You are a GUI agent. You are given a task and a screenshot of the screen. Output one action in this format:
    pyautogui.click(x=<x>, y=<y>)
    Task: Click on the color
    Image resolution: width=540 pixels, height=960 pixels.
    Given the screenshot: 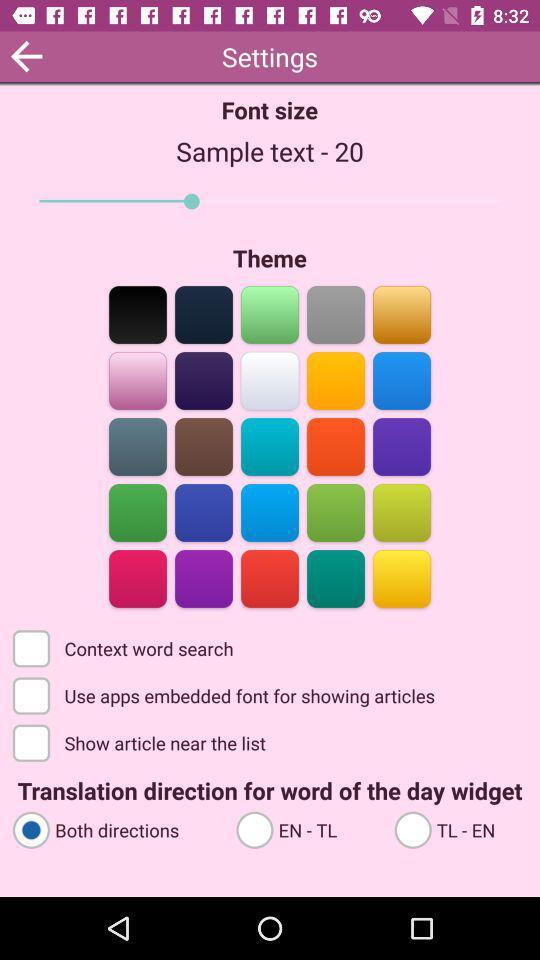 What is the action you would take?
    pyautogui.click(x=401, y=510)
    